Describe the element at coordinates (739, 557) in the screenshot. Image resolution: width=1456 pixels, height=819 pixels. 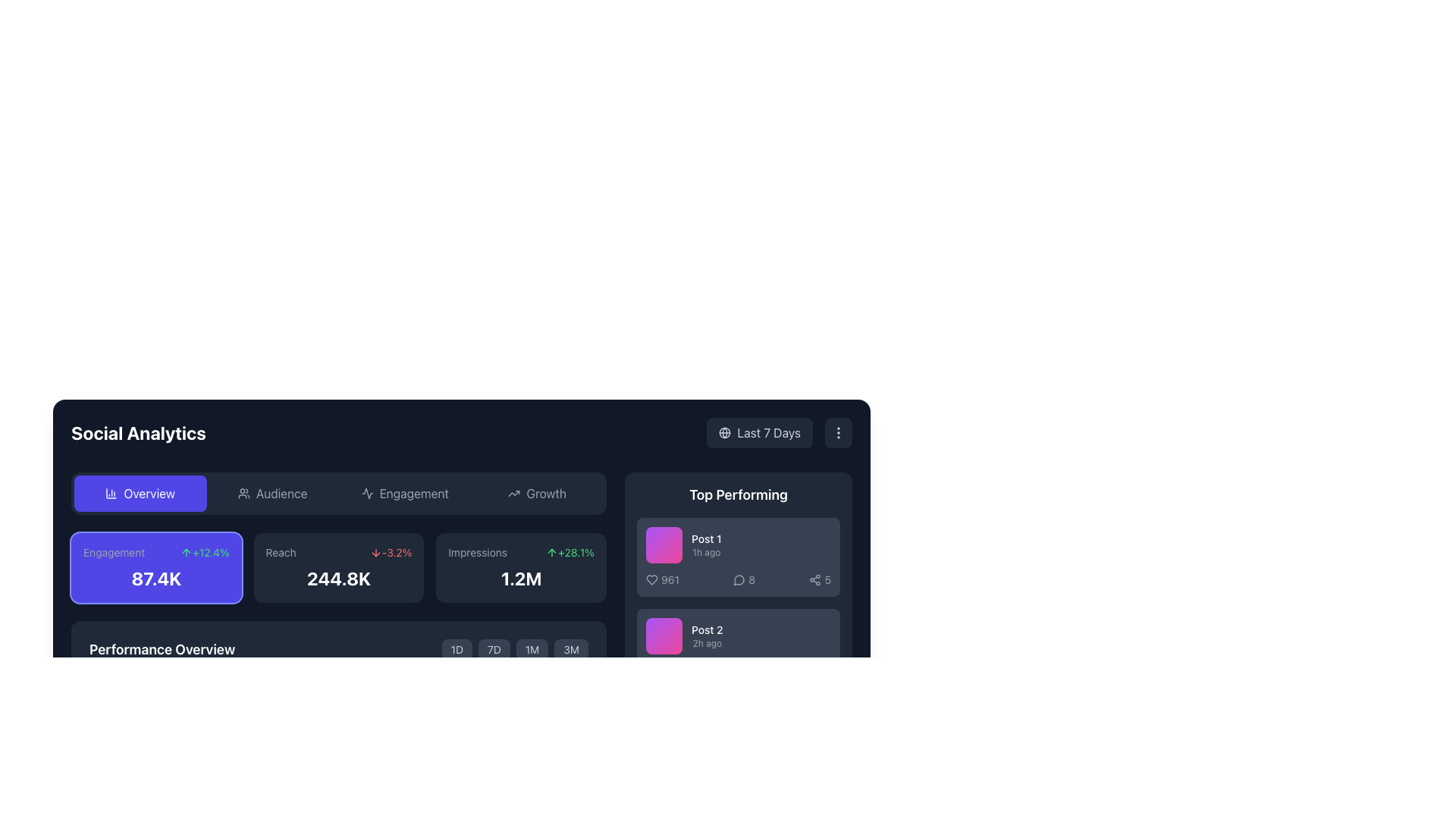
I see `the first post summary card` at that location.